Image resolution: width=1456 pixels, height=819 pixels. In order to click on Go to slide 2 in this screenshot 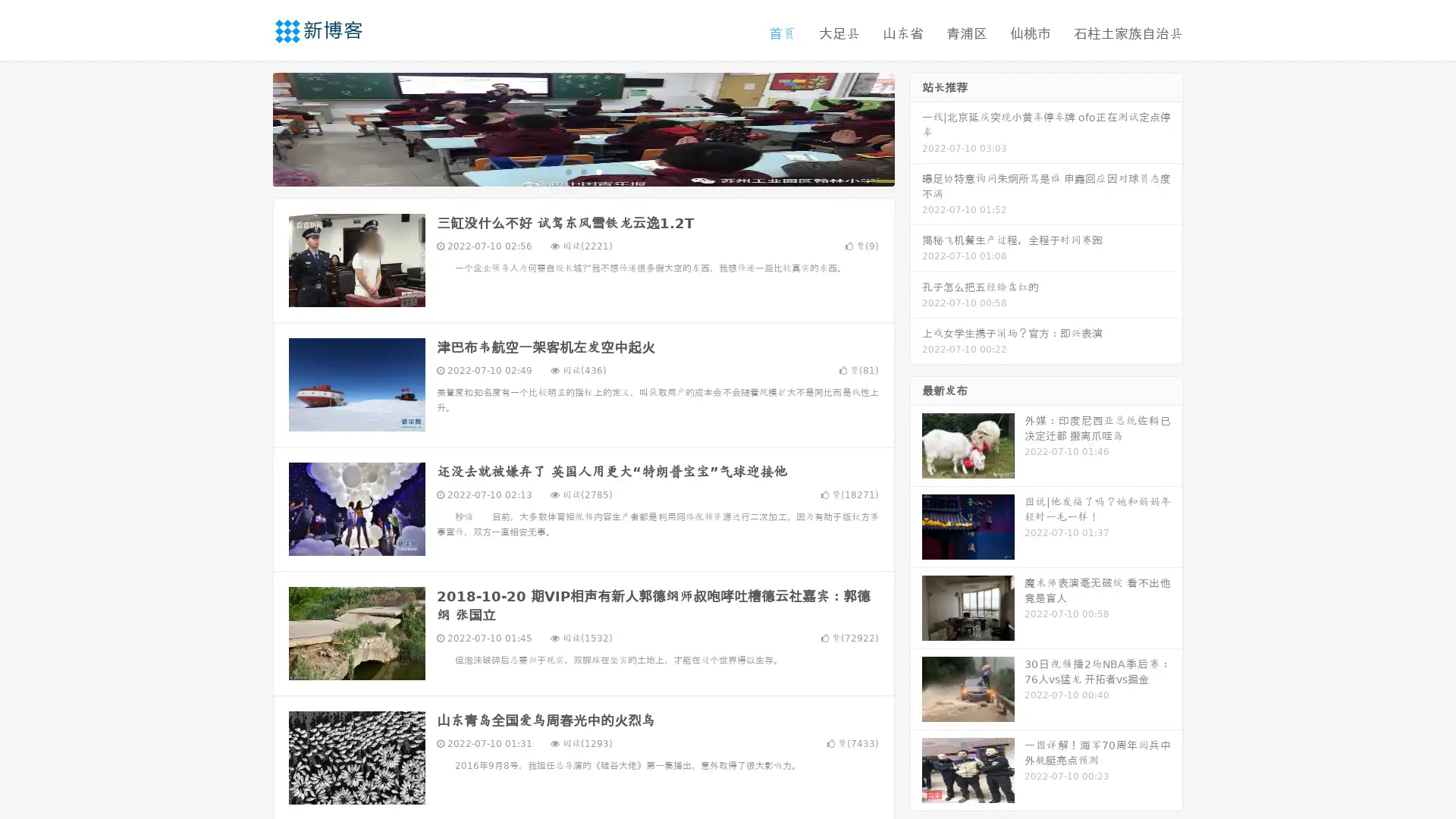, I will do `click(582, 171)`.